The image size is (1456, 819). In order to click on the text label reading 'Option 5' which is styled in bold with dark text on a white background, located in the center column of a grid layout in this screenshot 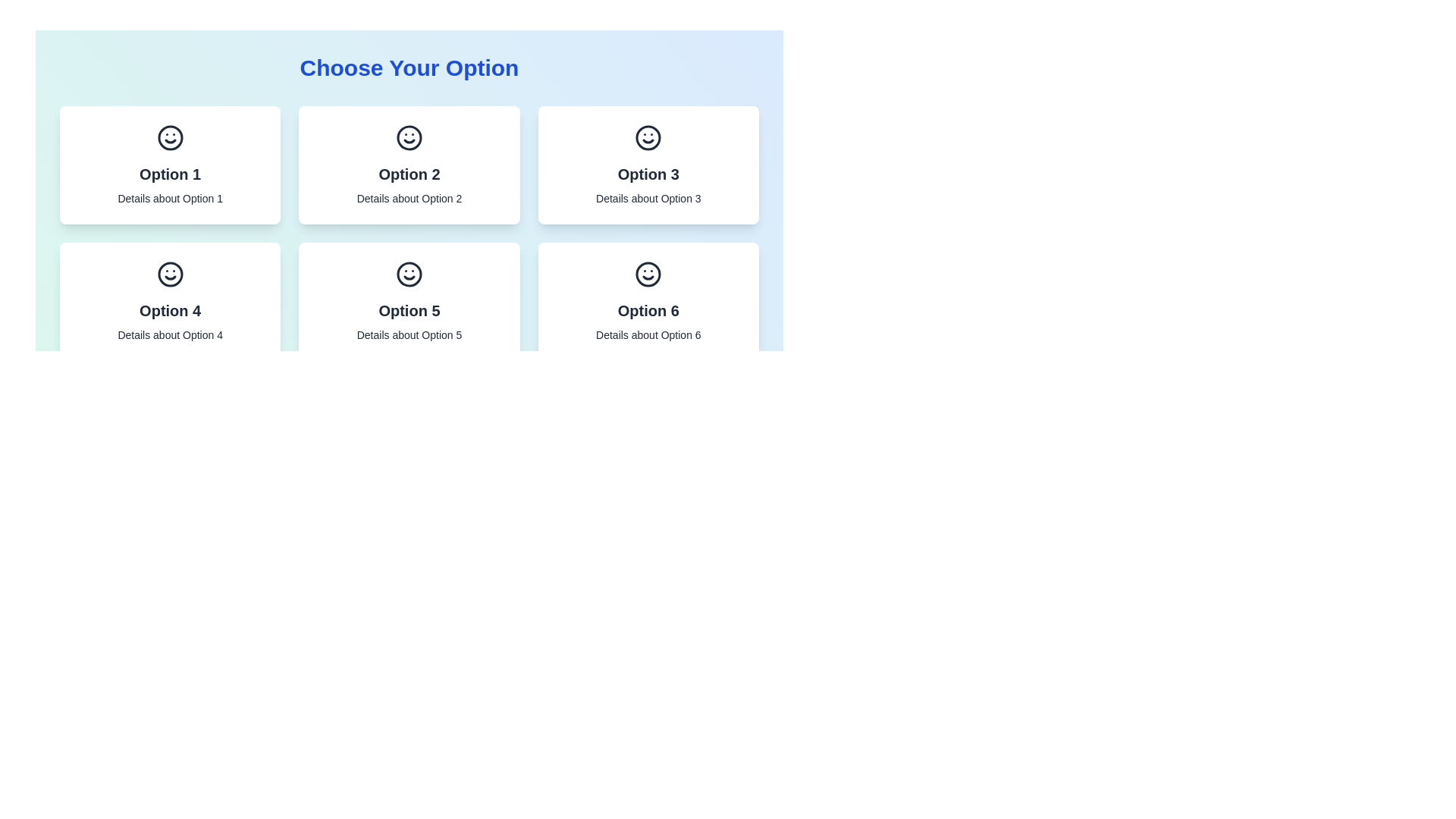, I will do `click(409, 309)`.